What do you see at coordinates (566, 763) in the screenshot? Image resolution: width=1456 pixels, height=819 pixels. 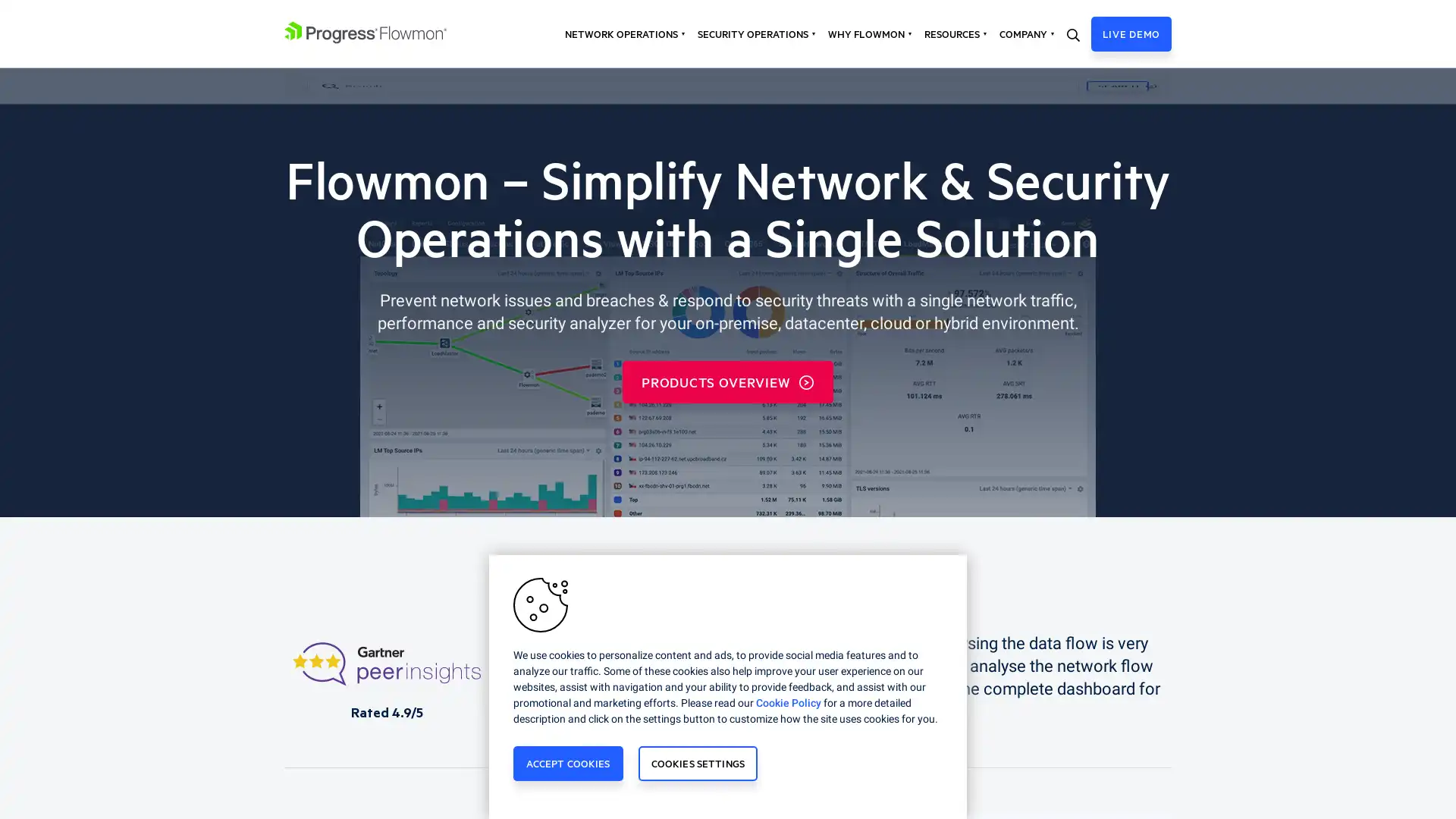 I see `ACCEPT COOKIES` at bounding box center [566, 763].